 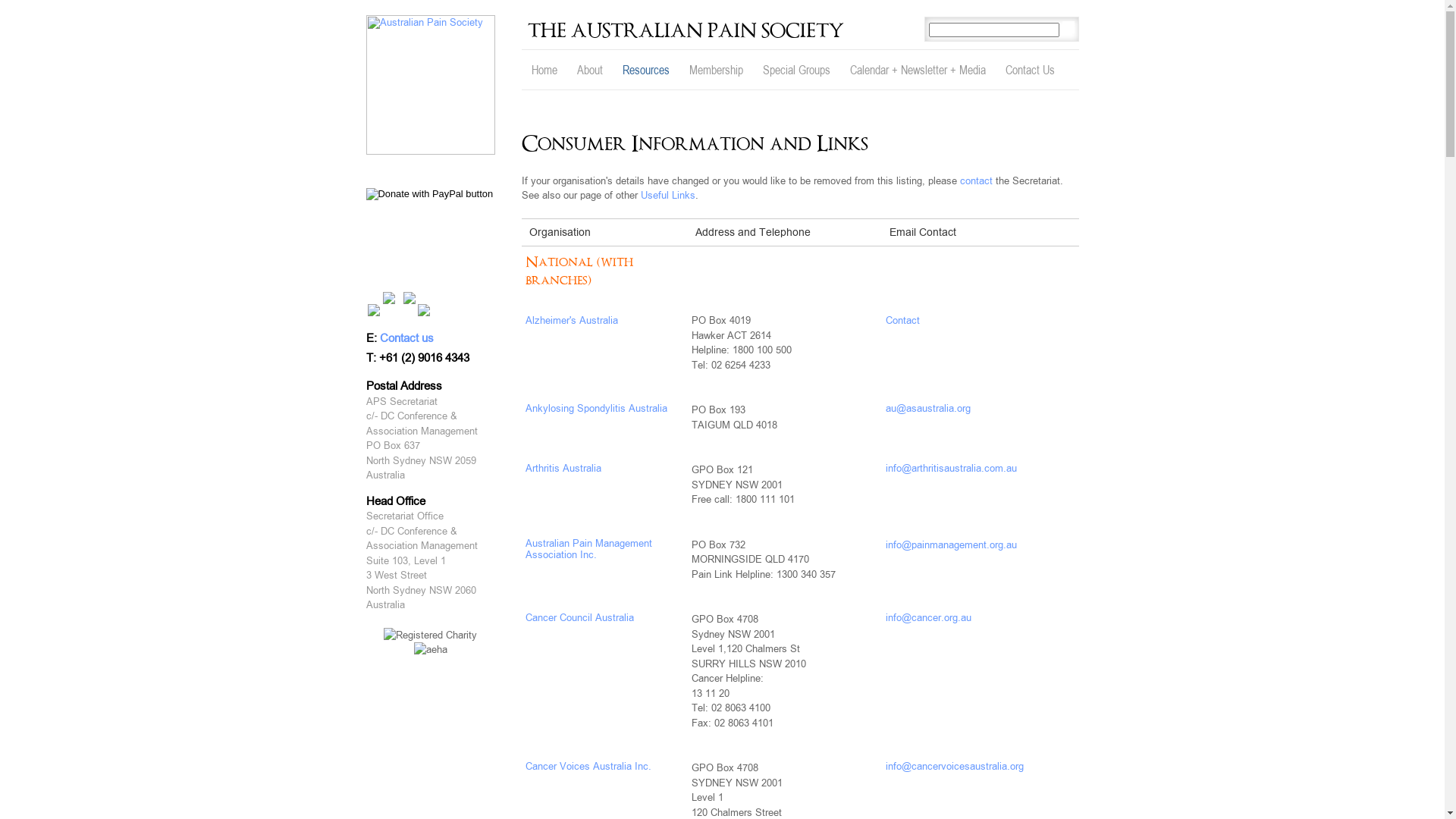 I want to click on 'au@asaustralia.org', so click(x=927, y=407).